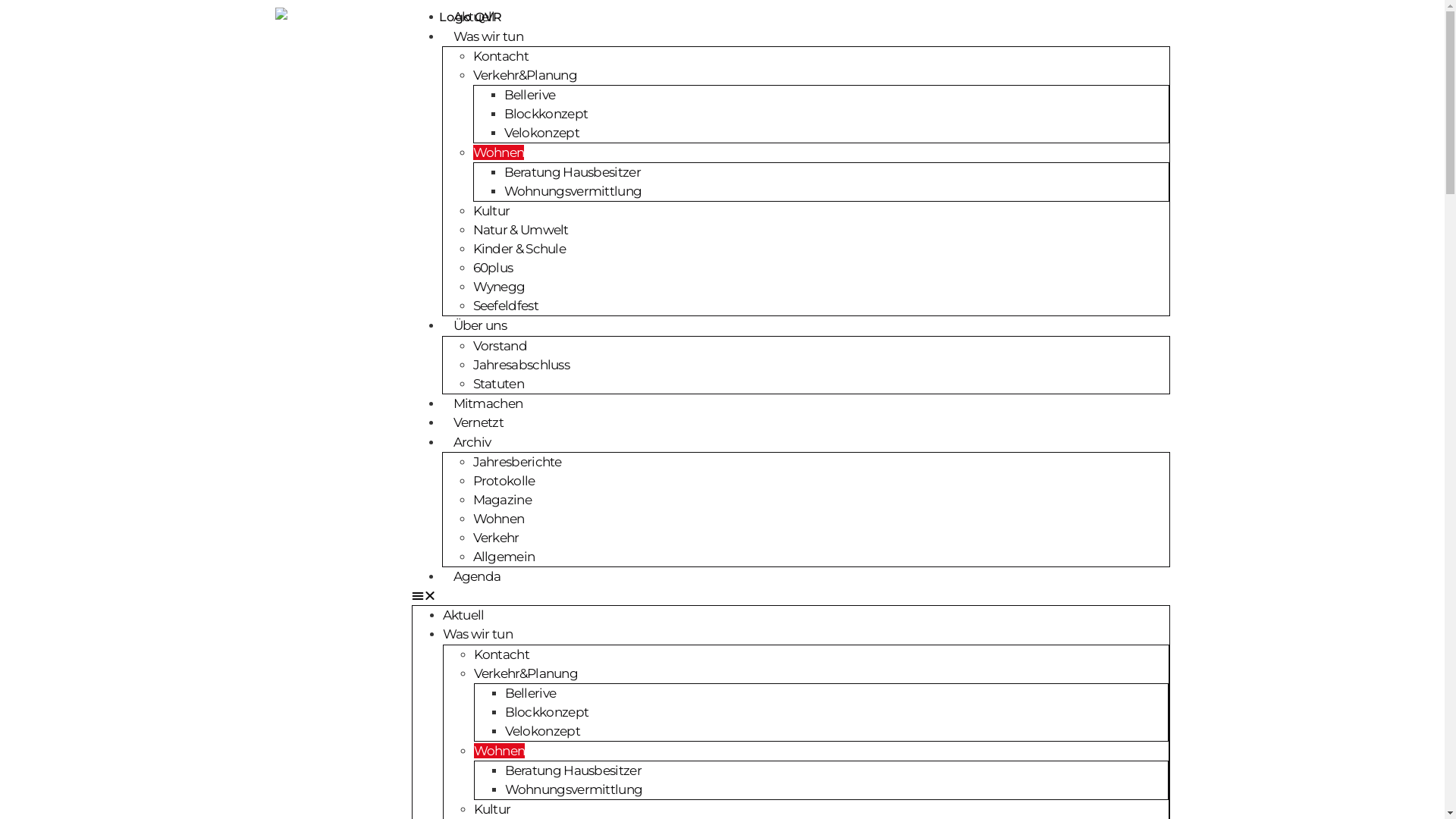 This screenshot has height=819, width=1456. I want to click on 'Vorstand', so click(500, 345).